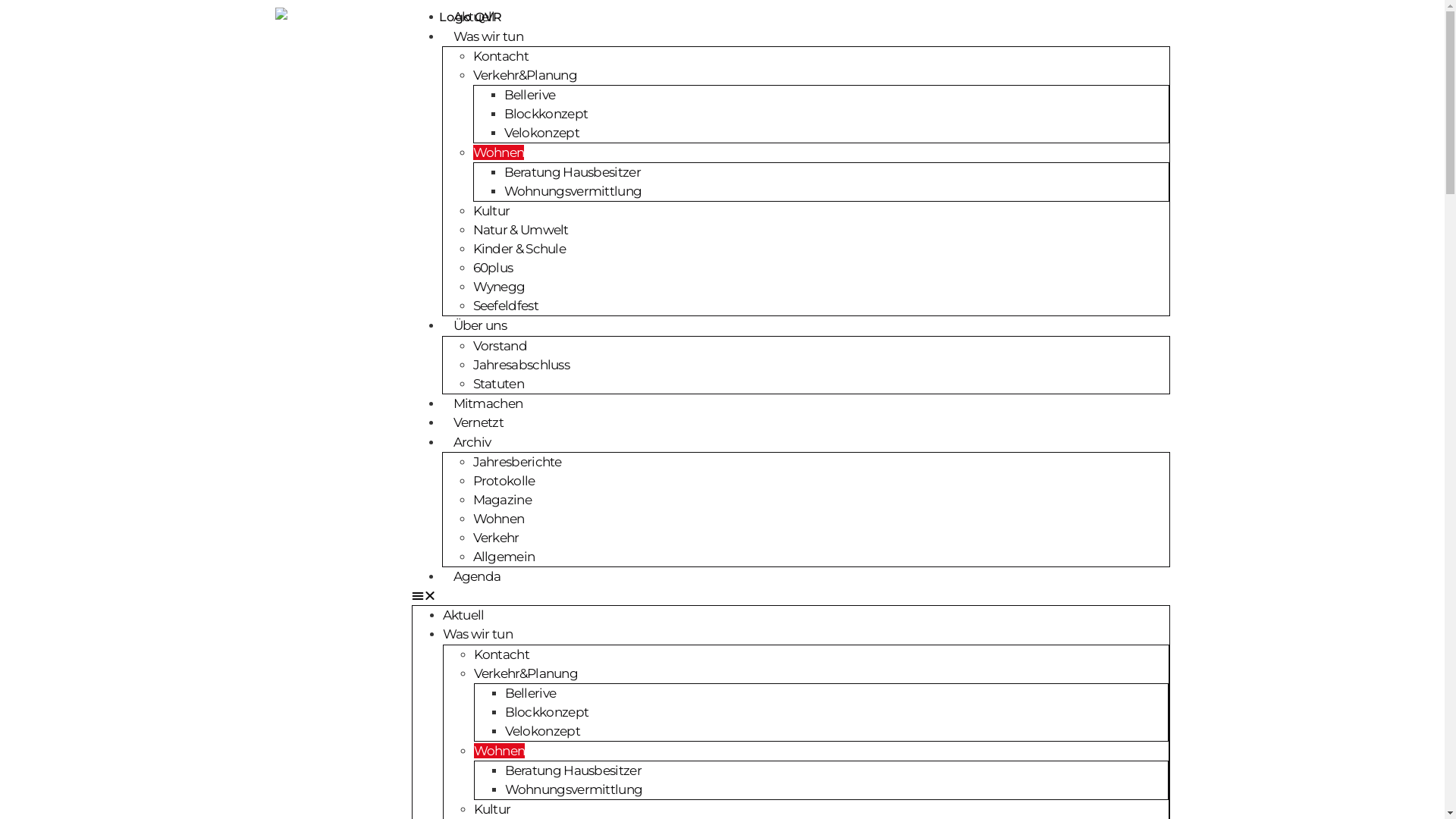 This screenshot has height=819, width=1456. I want to click on 'Vorstand', so click(500, 345).